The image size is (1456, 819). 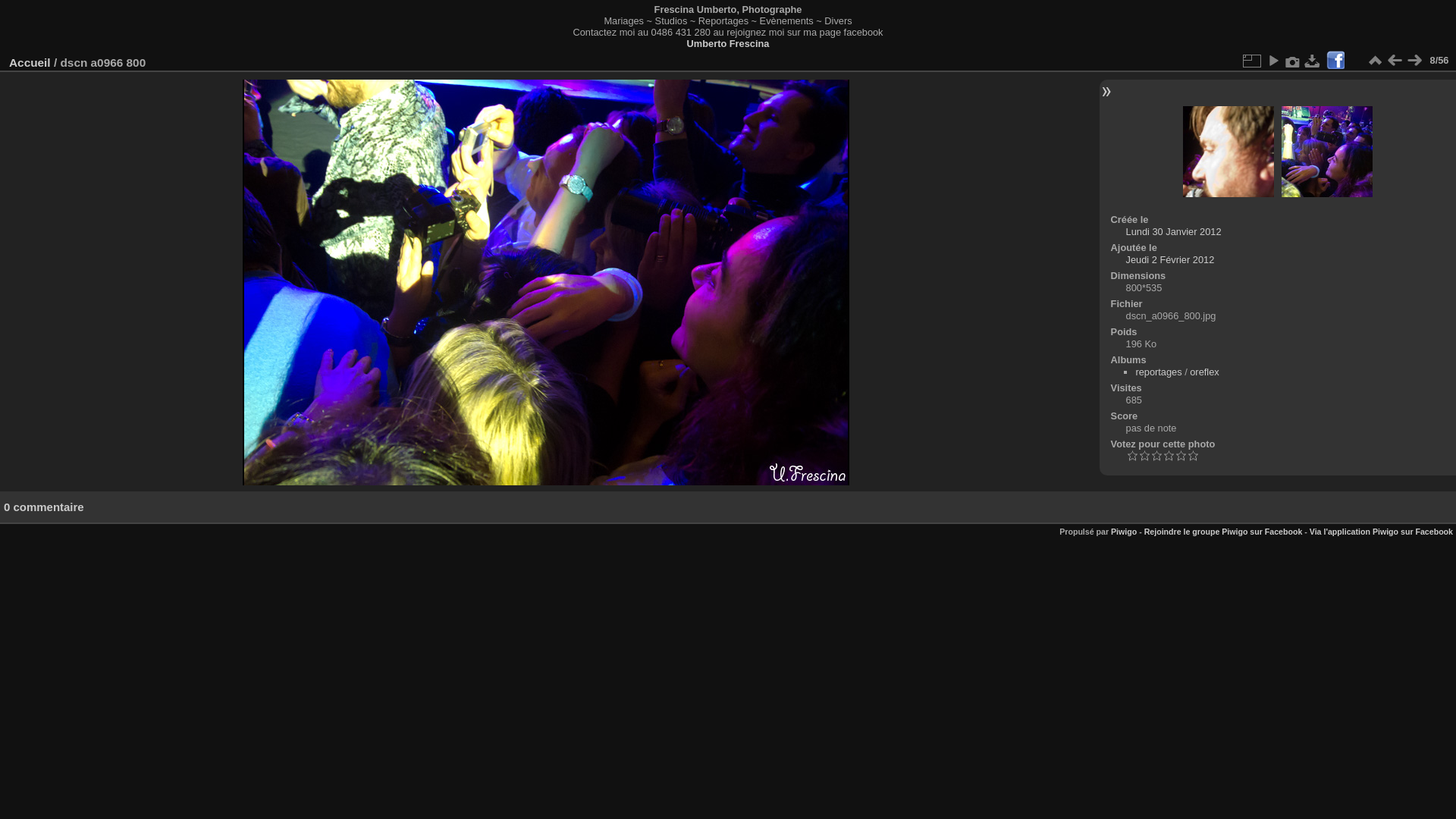 What do you see at coordinates (1414, 60) in the screenshot?
I see `'Suivante : dscn a0967 800'` at bounding box center [1414, 60].